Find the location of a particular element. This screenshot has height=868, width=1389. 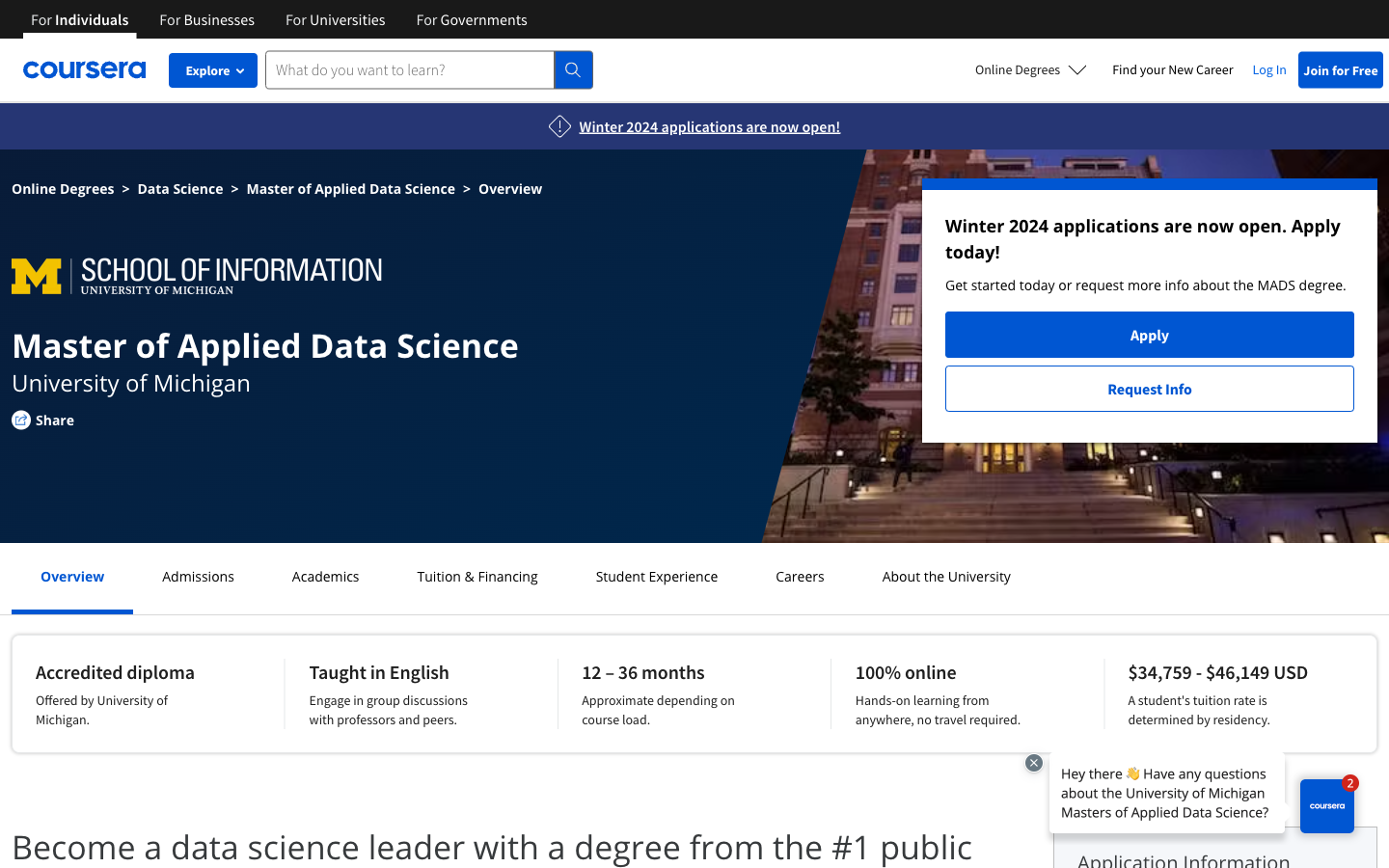

Register for the class is located at coordinates (198, 576).